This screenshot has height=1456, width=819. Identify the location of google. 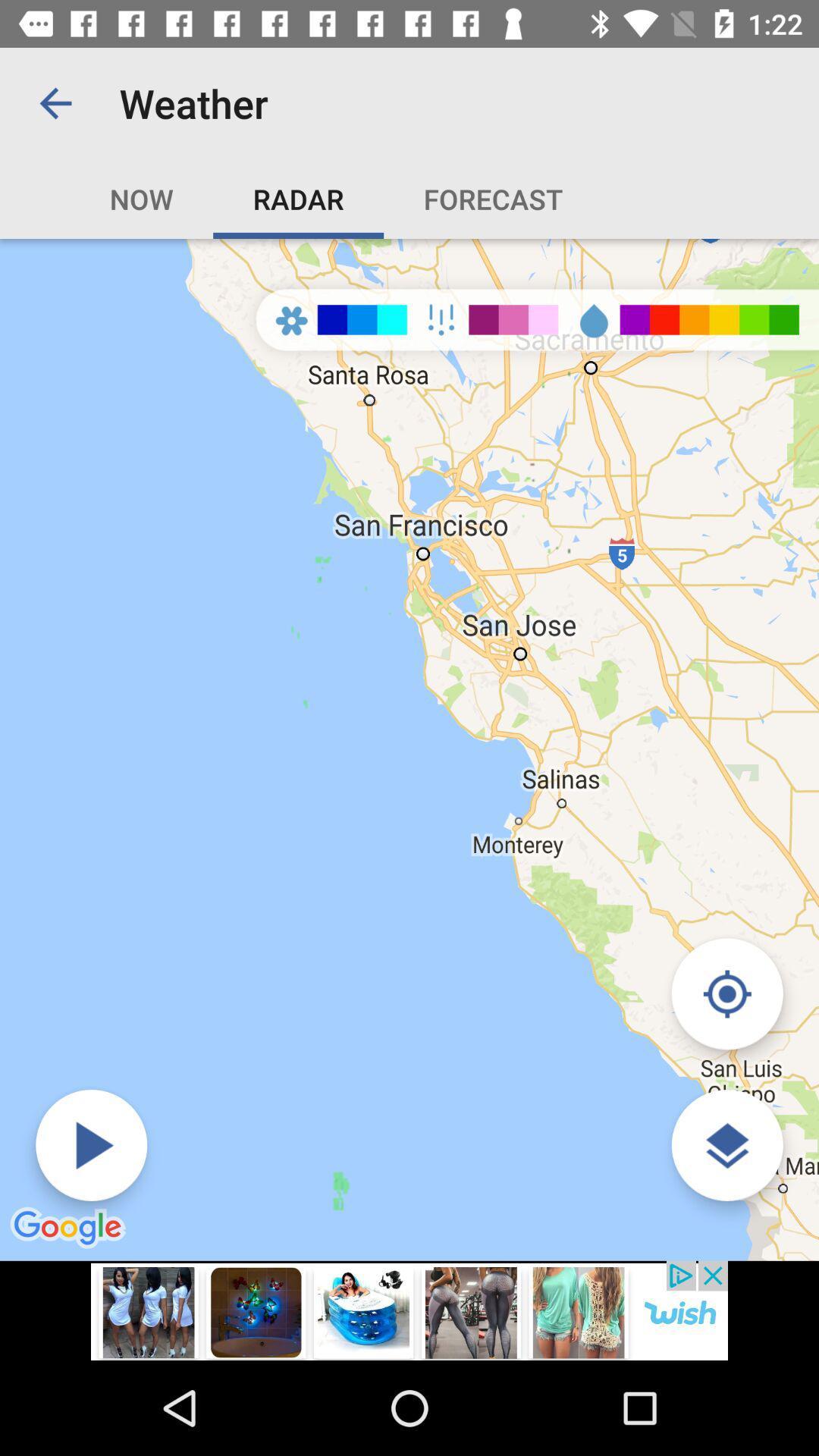
(70, 1228).